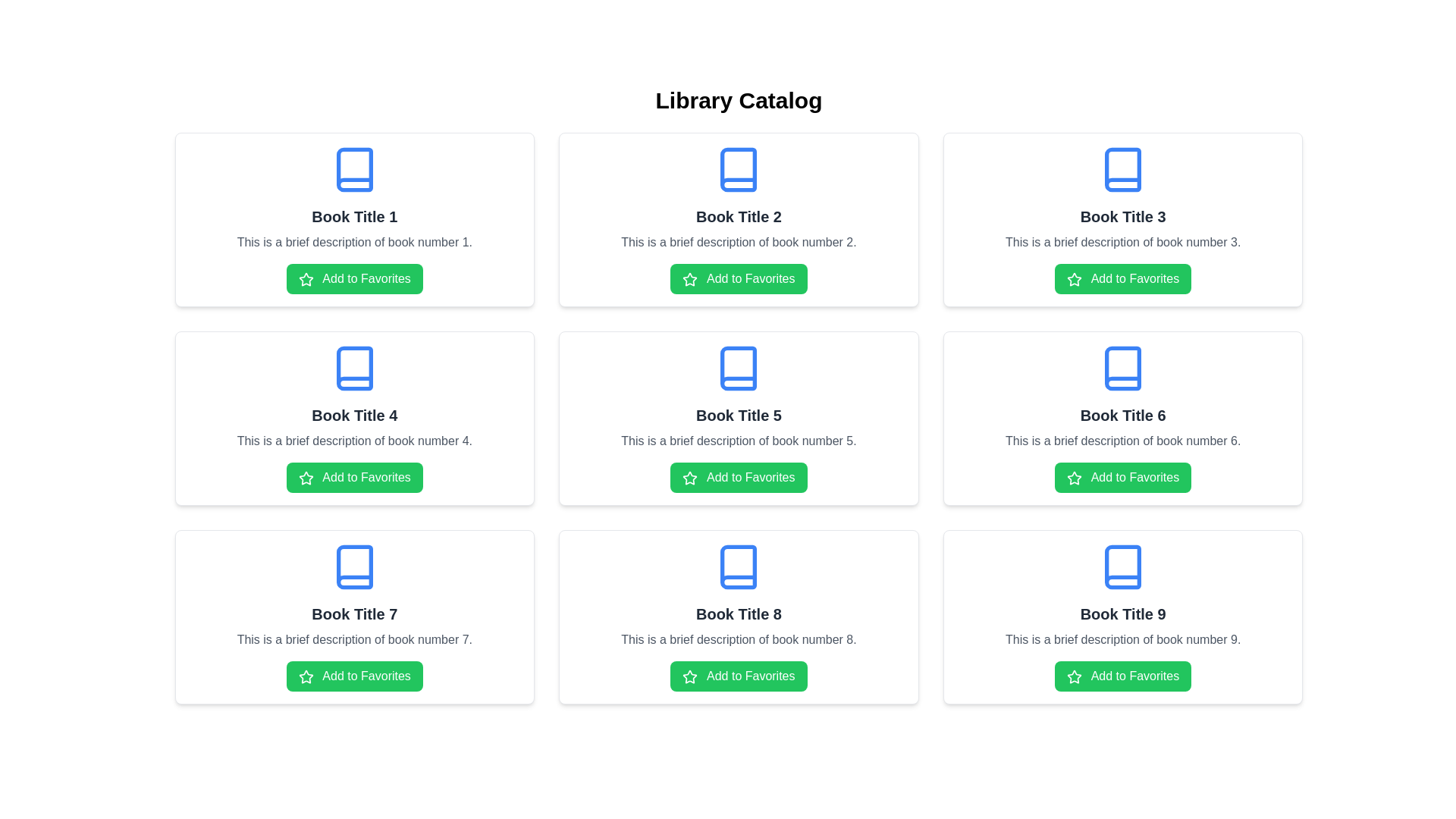 The image size is (1456, 819). Describe the element at coordinates (305, 676) in the screenshot. I see `the icon` at that location.